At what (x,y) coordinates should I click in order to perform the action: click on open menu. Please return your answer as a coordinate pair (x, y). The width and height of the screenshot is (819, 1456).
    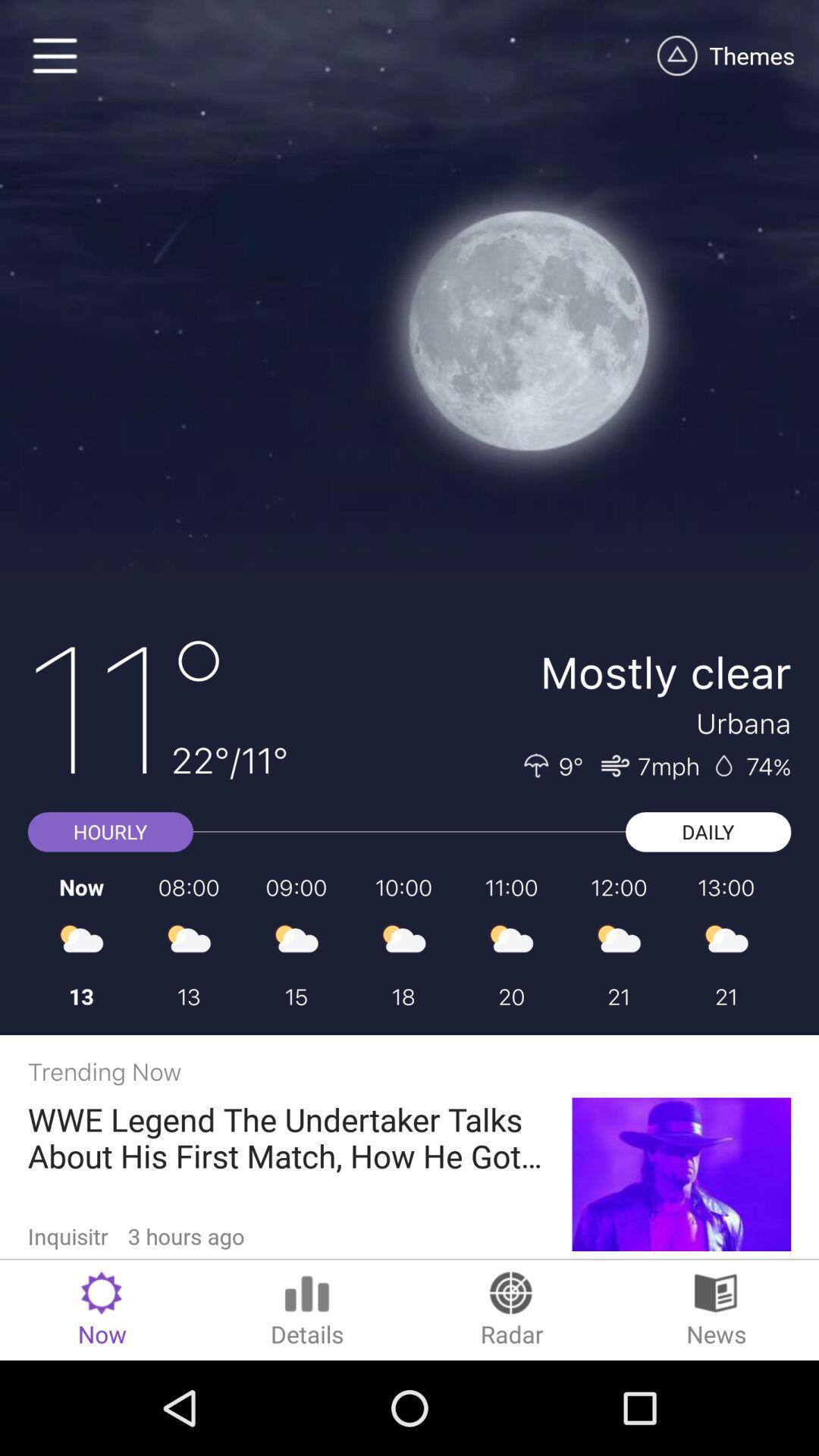
    Looking at the image, I should click on (55, 55).